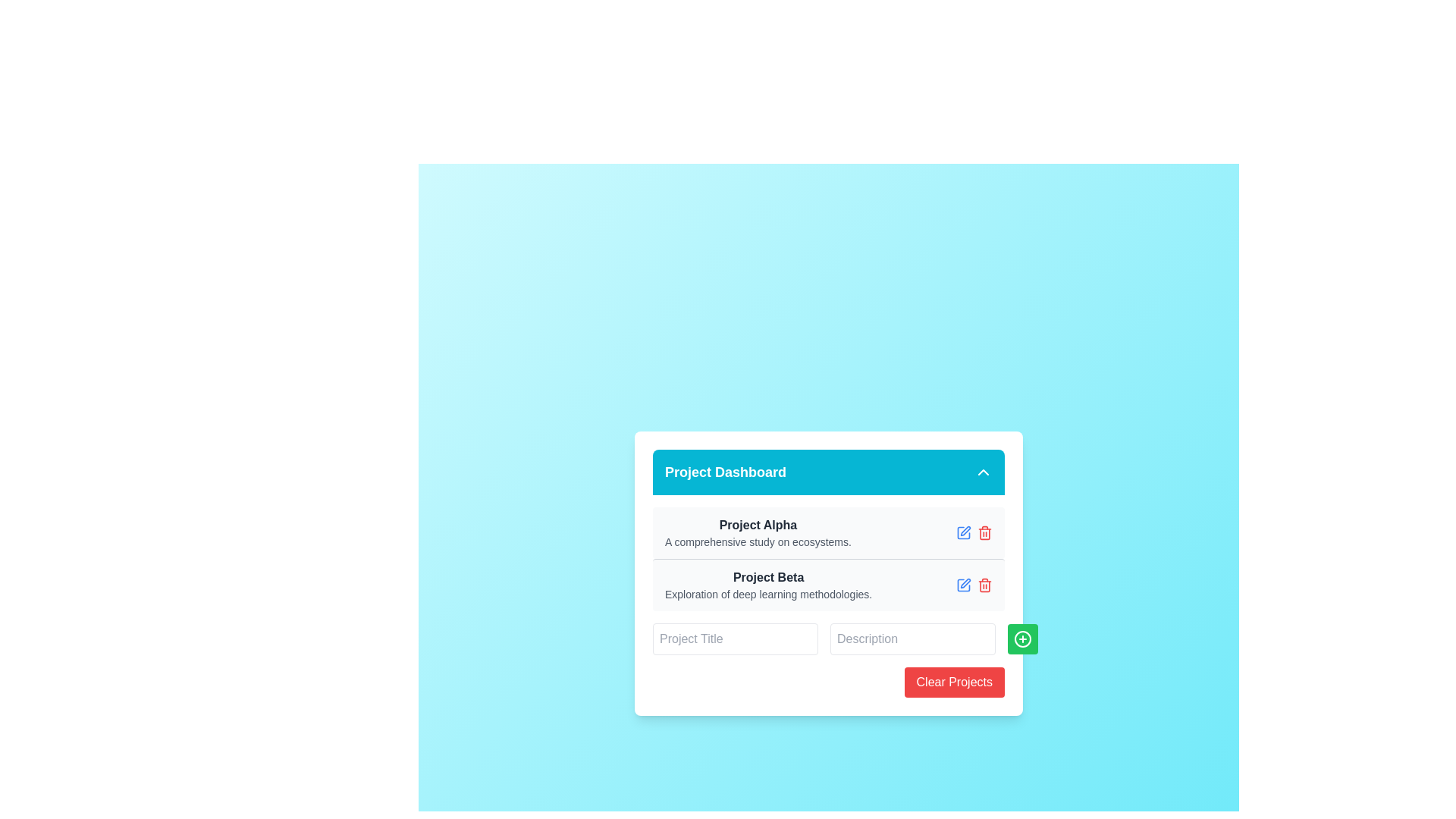 Image resolution: width=1456 pixels, height=819 pixels. What do you see at coordinates (985, 532) in the screenshot?
I see `the red trash icon button located to the right of the 'Project Beta' entry in the 'Project Dashboard' interface` at bounding box center [985, 532].